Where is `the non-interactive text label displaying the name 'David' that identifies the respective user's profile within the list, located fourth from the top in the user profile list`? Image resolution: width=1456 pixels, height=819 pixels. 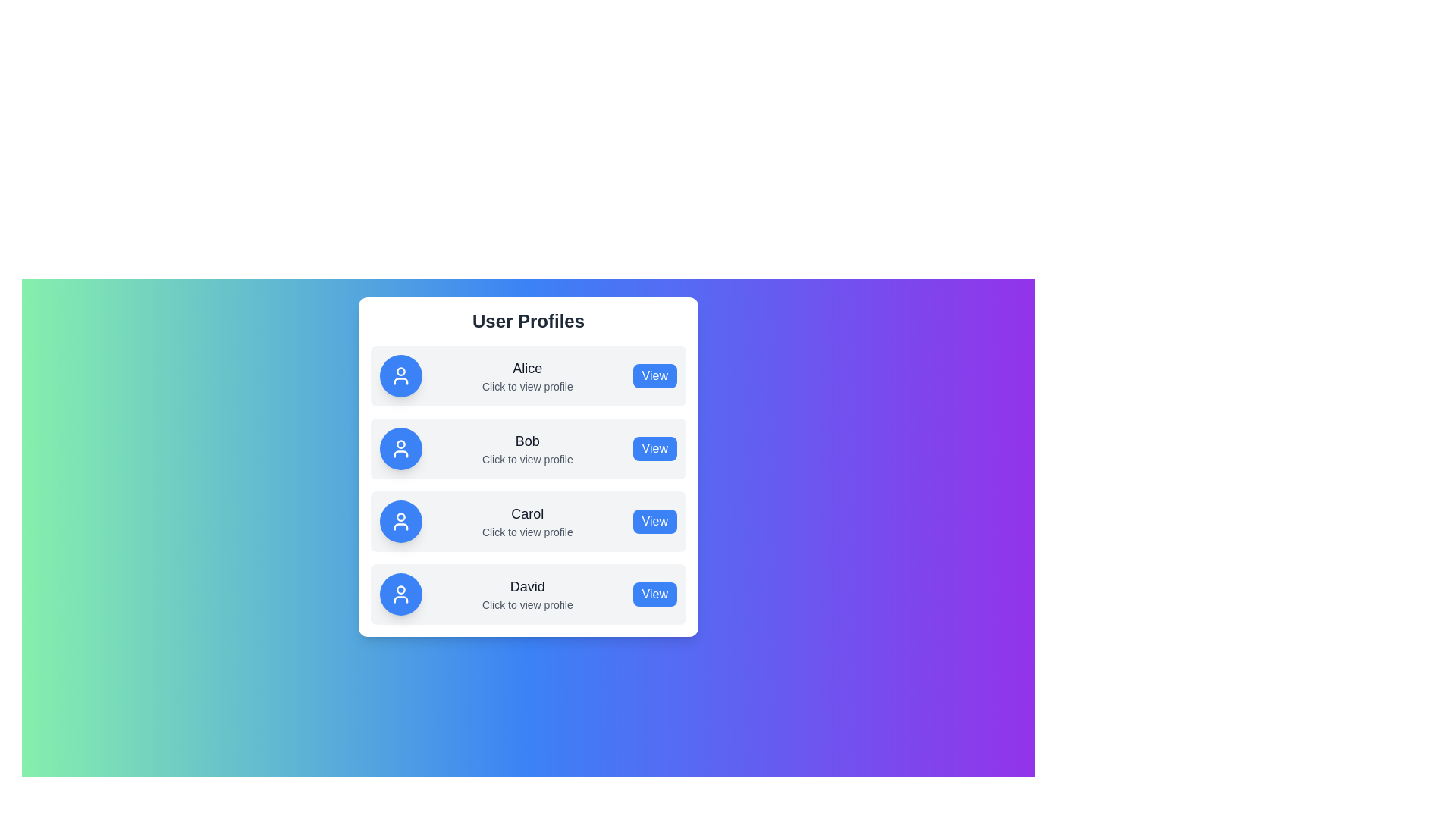 the non-interactive text label displaying the name 'David' that identifies the respective user's profile within the list, located fourth from the top in the user profile list is located at coordinates (527, 586).